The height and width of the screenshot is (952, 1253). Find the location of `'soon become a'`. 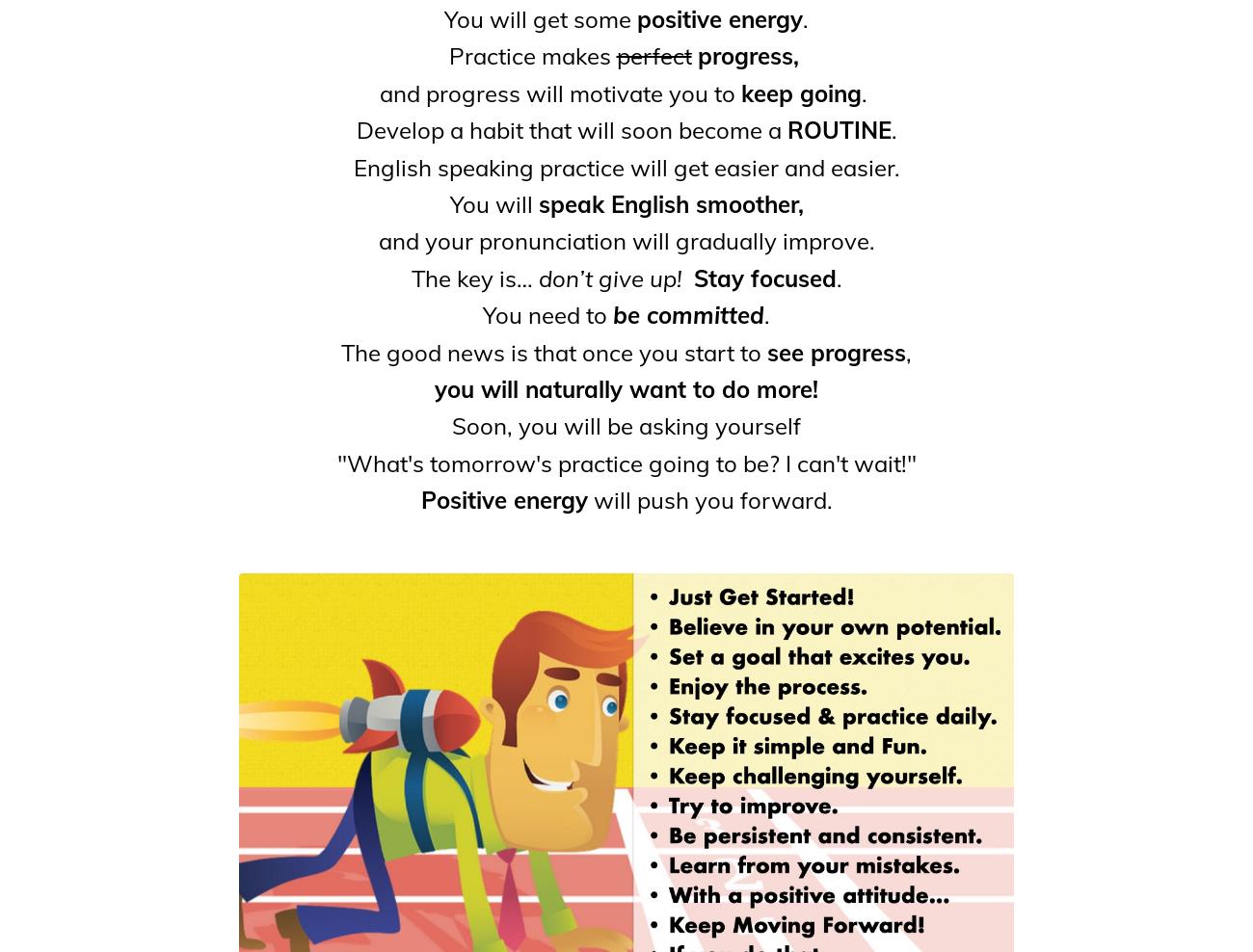

'soon become a' is located at coordinates (703, 128).